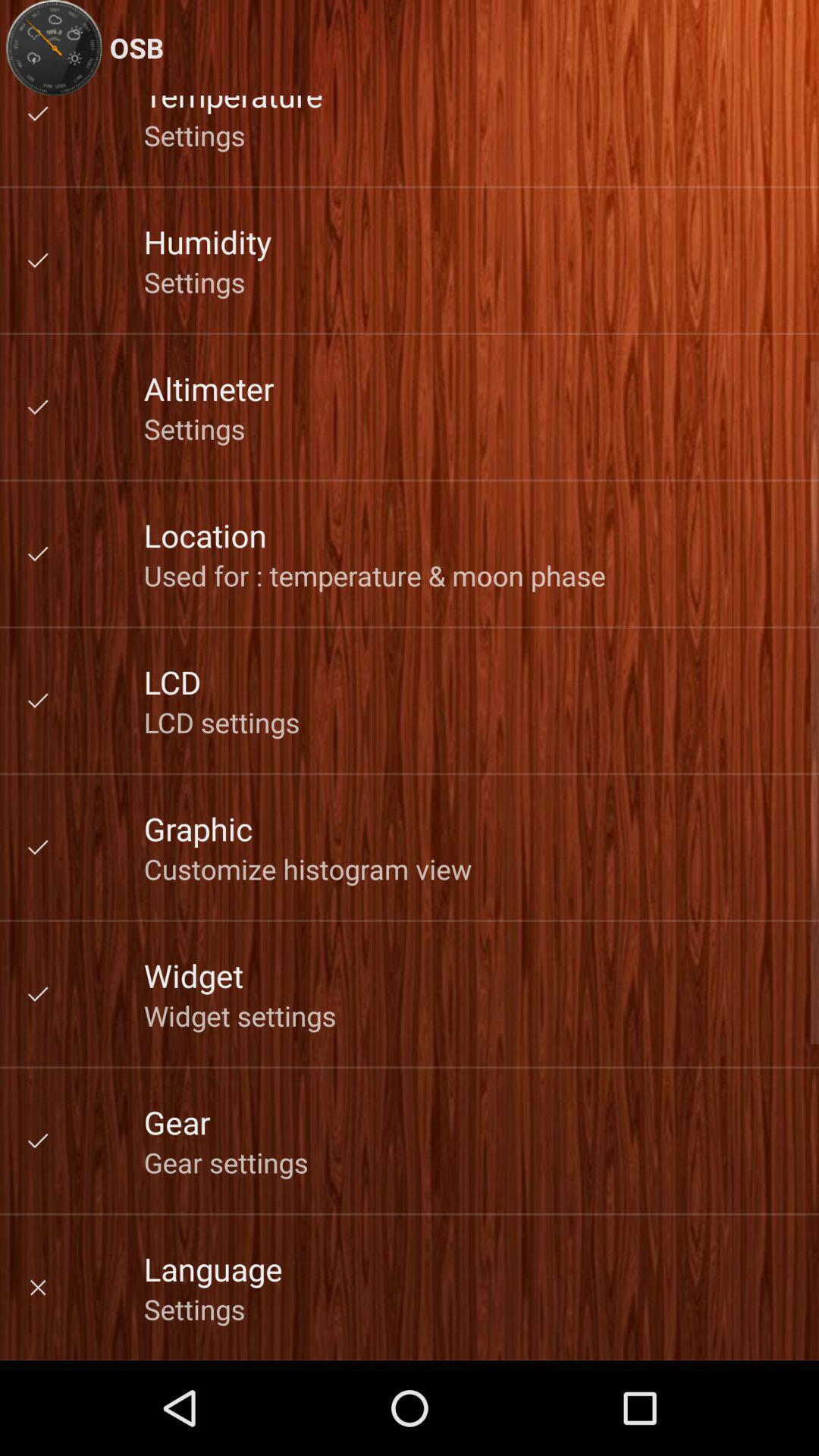 The width and height of the screenshot is (819, 1456). I want to click on the location app, so click(205, 535).